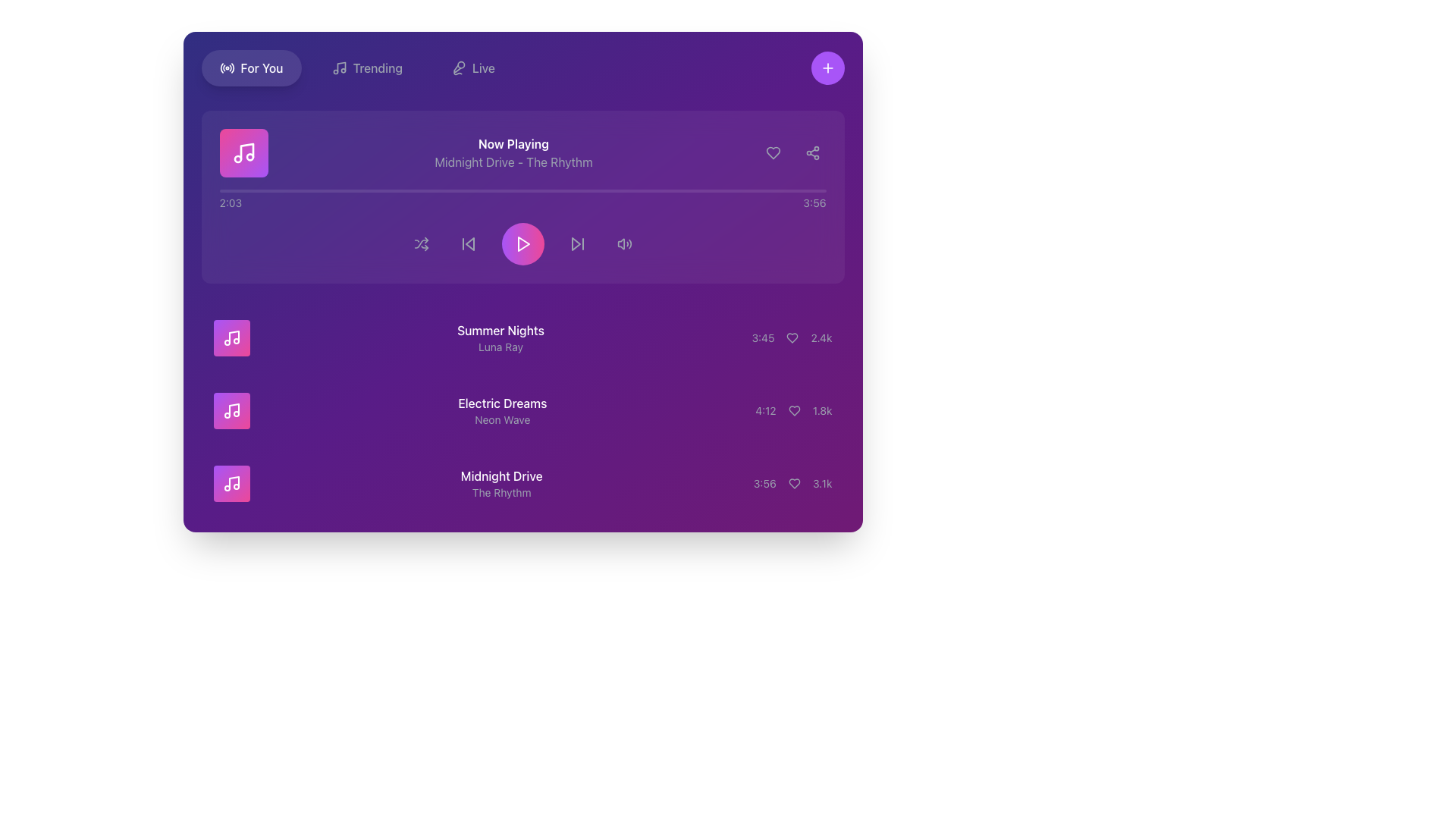  I want to click on the play button icon located in the center of the circular button in the media control section, so click(522, 243).